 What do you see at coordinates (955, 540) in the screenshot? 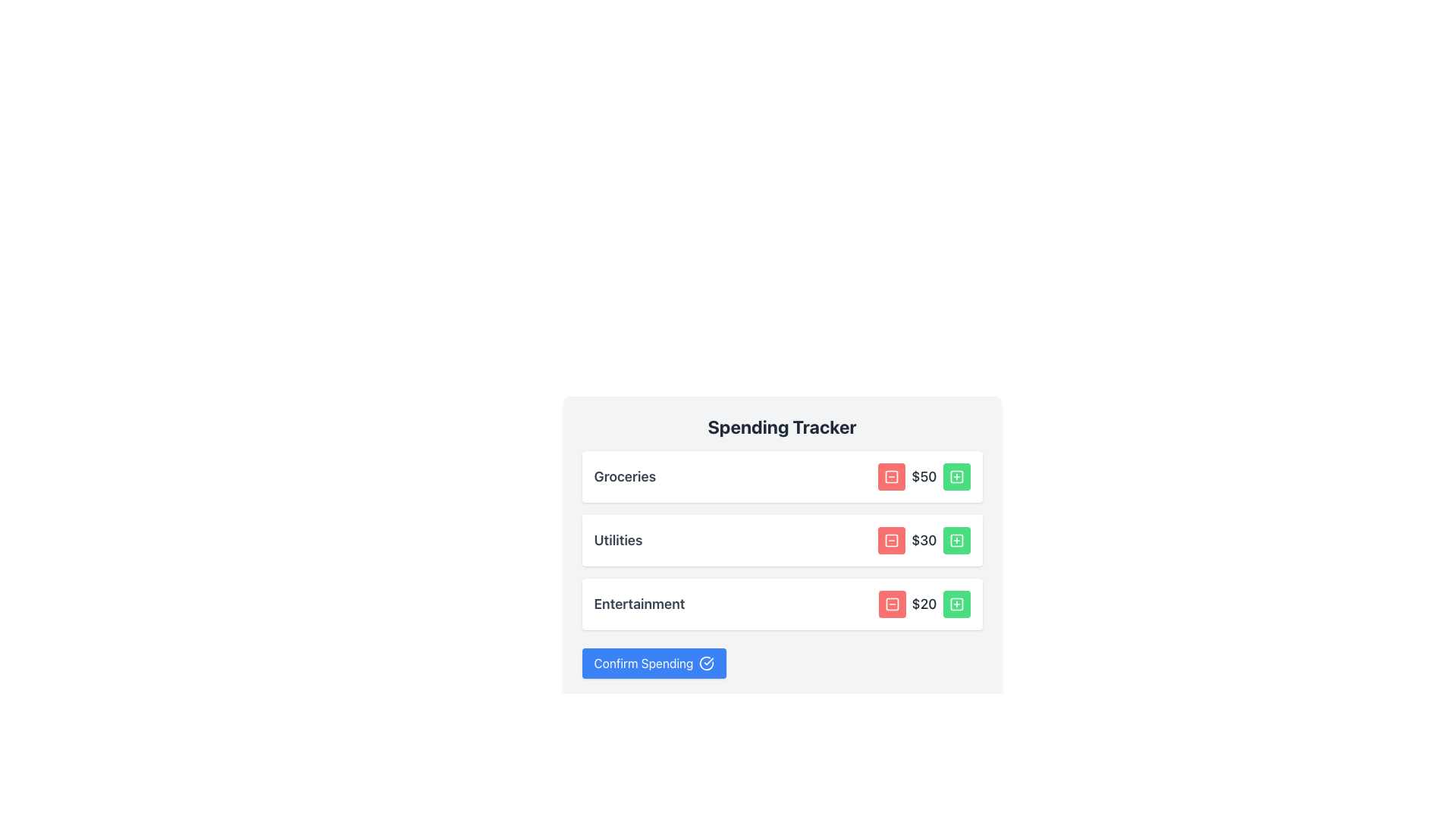
I see `the rightmost green icon in the middle row labeled 'Utilities'` at bounding box center [955, 540].